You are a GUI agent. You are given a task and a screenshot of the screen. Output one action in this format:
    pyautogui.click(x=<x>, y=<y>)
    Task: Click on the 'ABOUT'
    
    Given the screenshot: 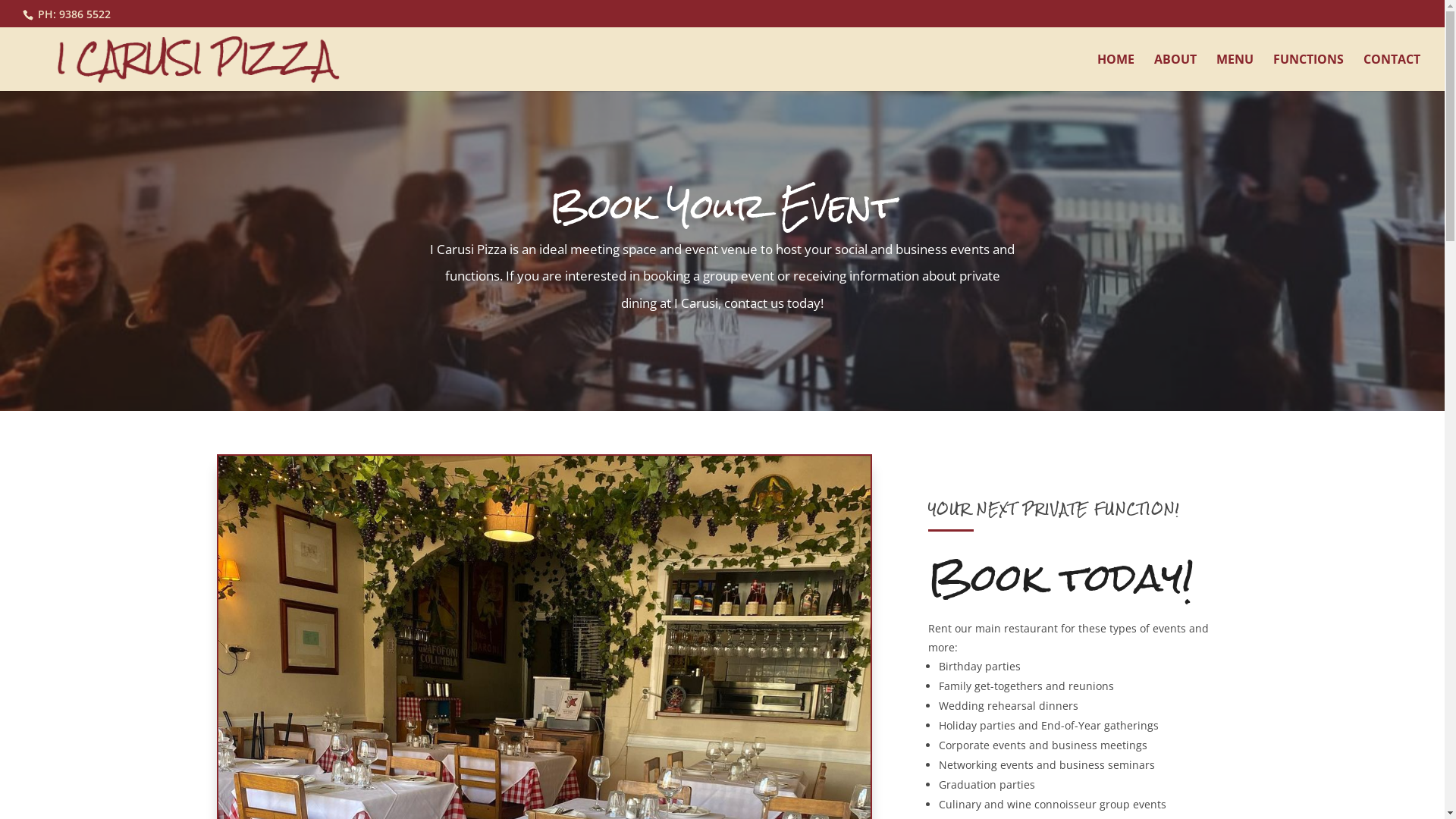 What is the action you would take?
    pyautogui.click(x=1153, y=72)
    